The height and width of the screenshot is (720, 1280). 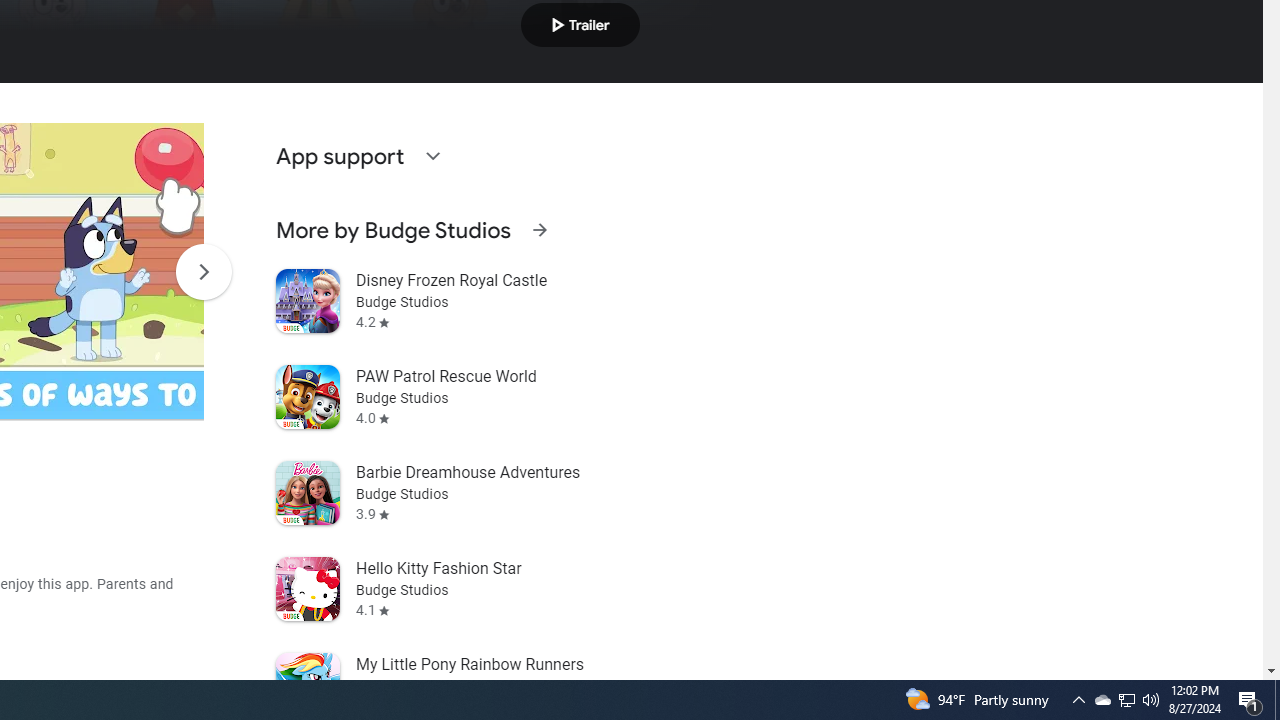 I want to click on 'Expand', so click(x=431, y=154).